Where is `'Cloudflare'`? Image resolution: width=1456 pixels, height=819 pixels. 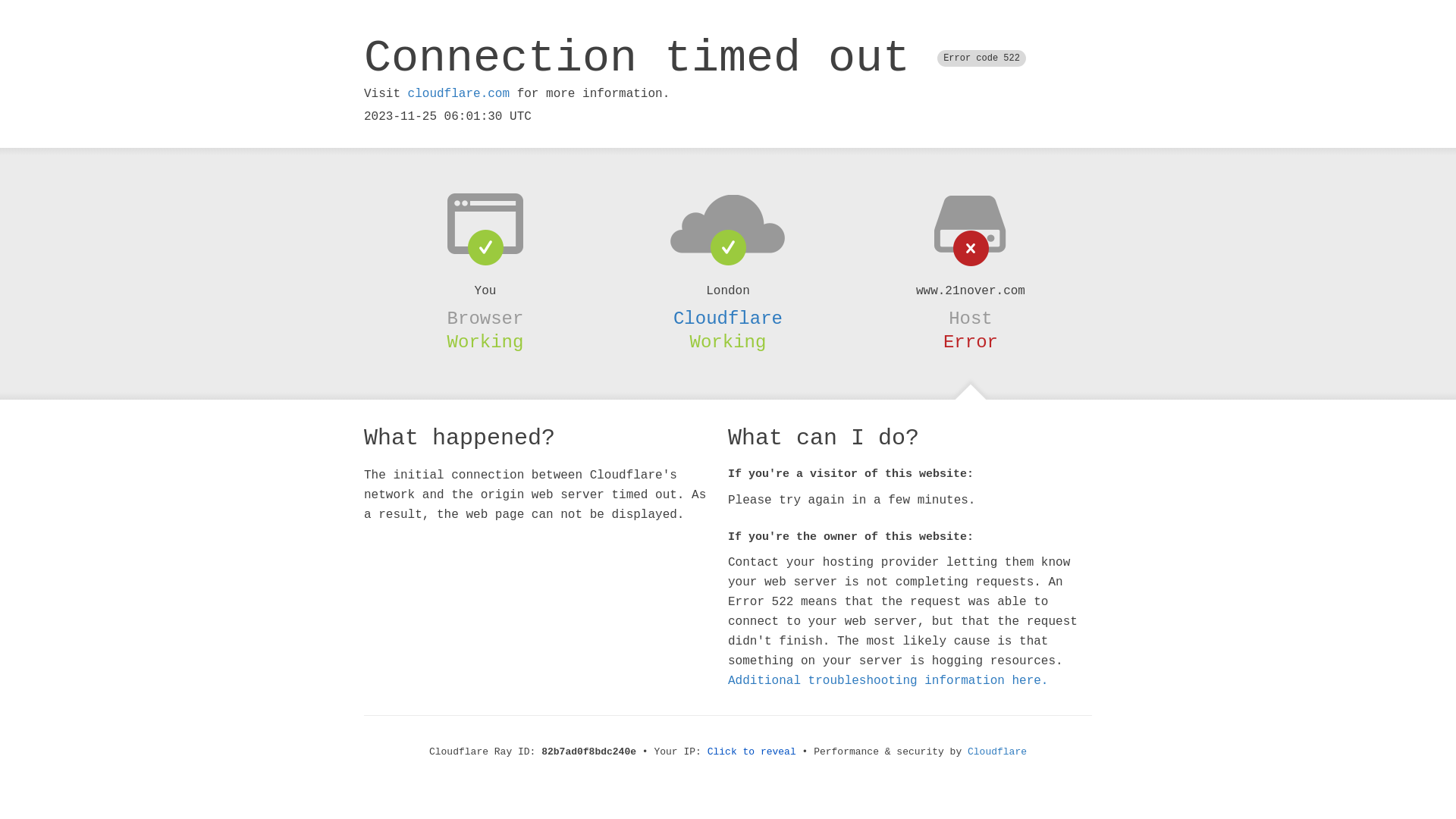 'Cloudflare' is located at coordinates (728, 318).